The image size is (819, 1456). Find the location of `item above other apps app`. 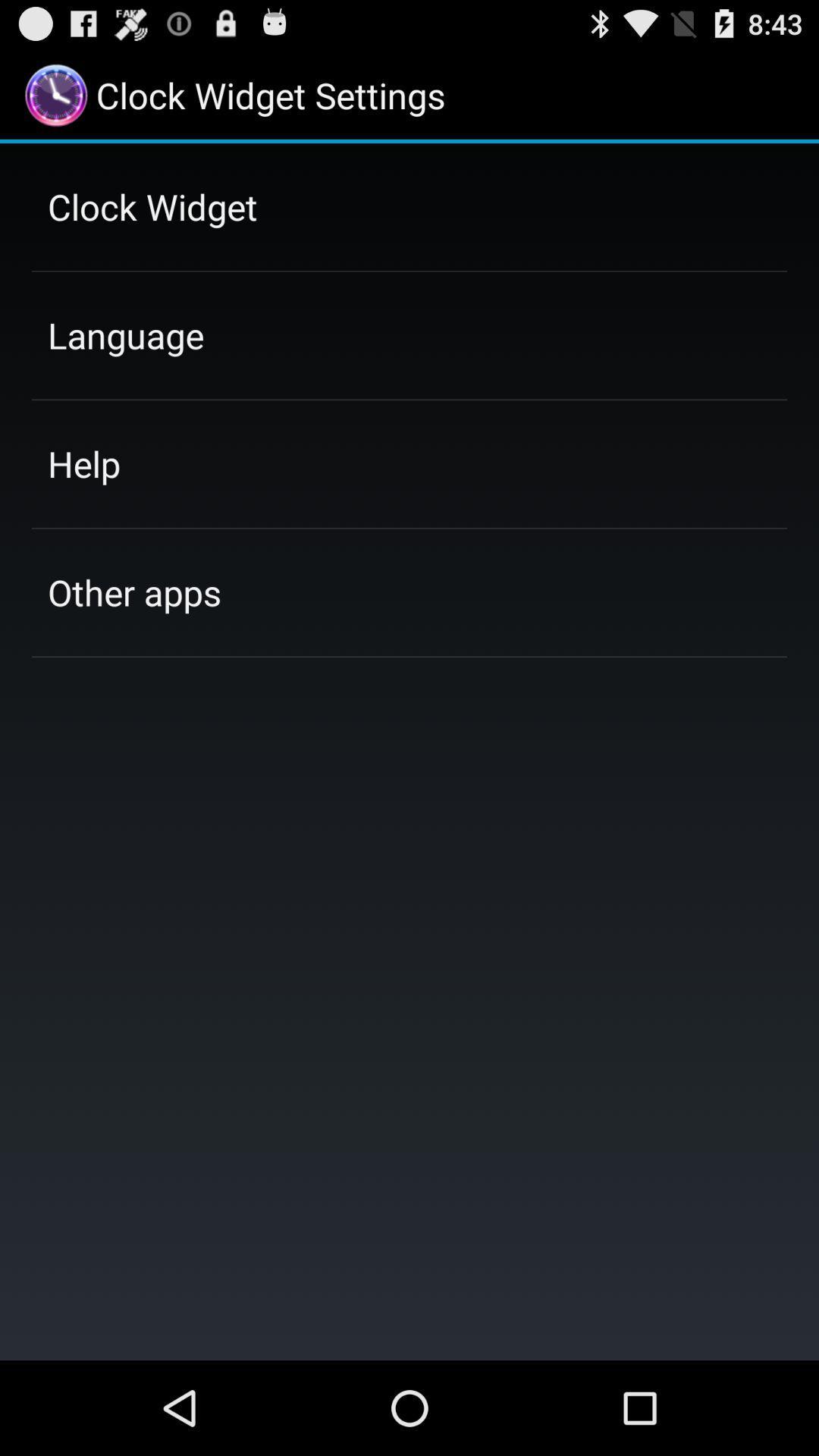

item above other apps app is located at coordinates (84, 463).